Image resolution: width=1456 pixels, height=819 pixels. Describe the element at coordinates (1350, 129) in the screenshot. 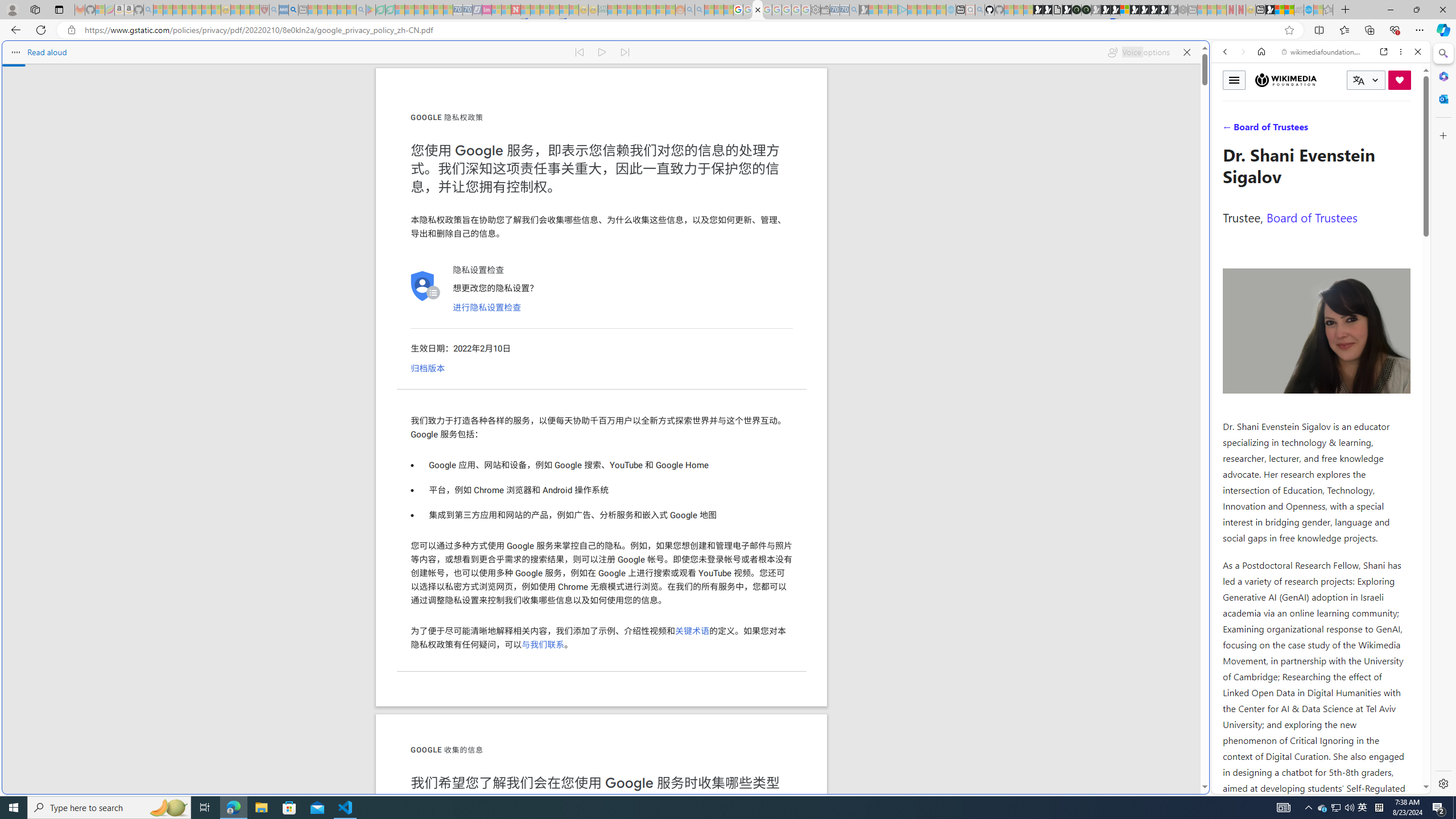

I see `'Search Filter, Search Tools'` at that location.